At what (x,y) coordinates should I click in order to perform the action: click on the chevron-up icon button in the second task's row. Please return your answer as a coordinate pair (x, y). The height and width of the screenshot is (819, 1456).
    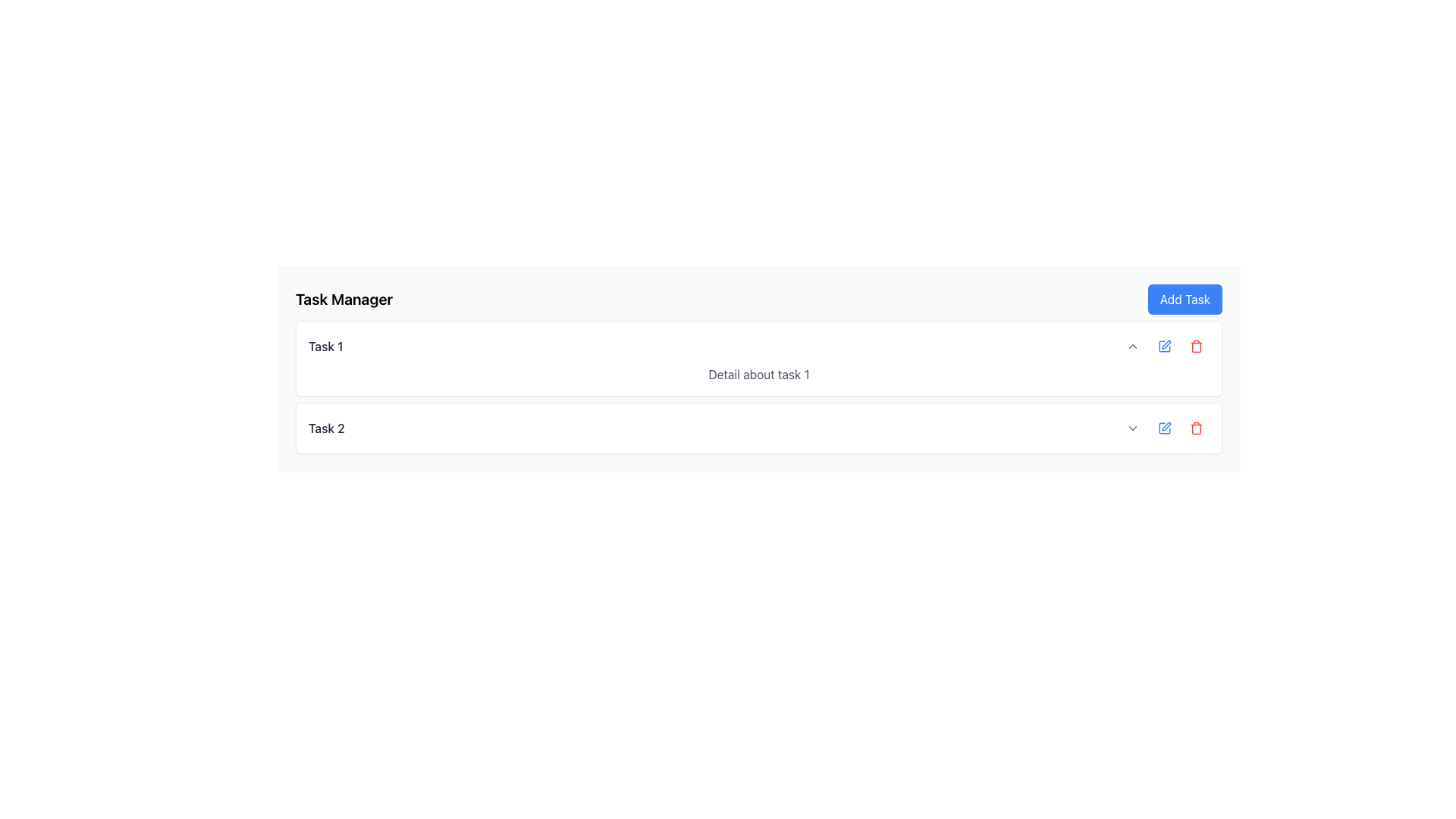
    Looking at the image, I should click on (1132, 346).